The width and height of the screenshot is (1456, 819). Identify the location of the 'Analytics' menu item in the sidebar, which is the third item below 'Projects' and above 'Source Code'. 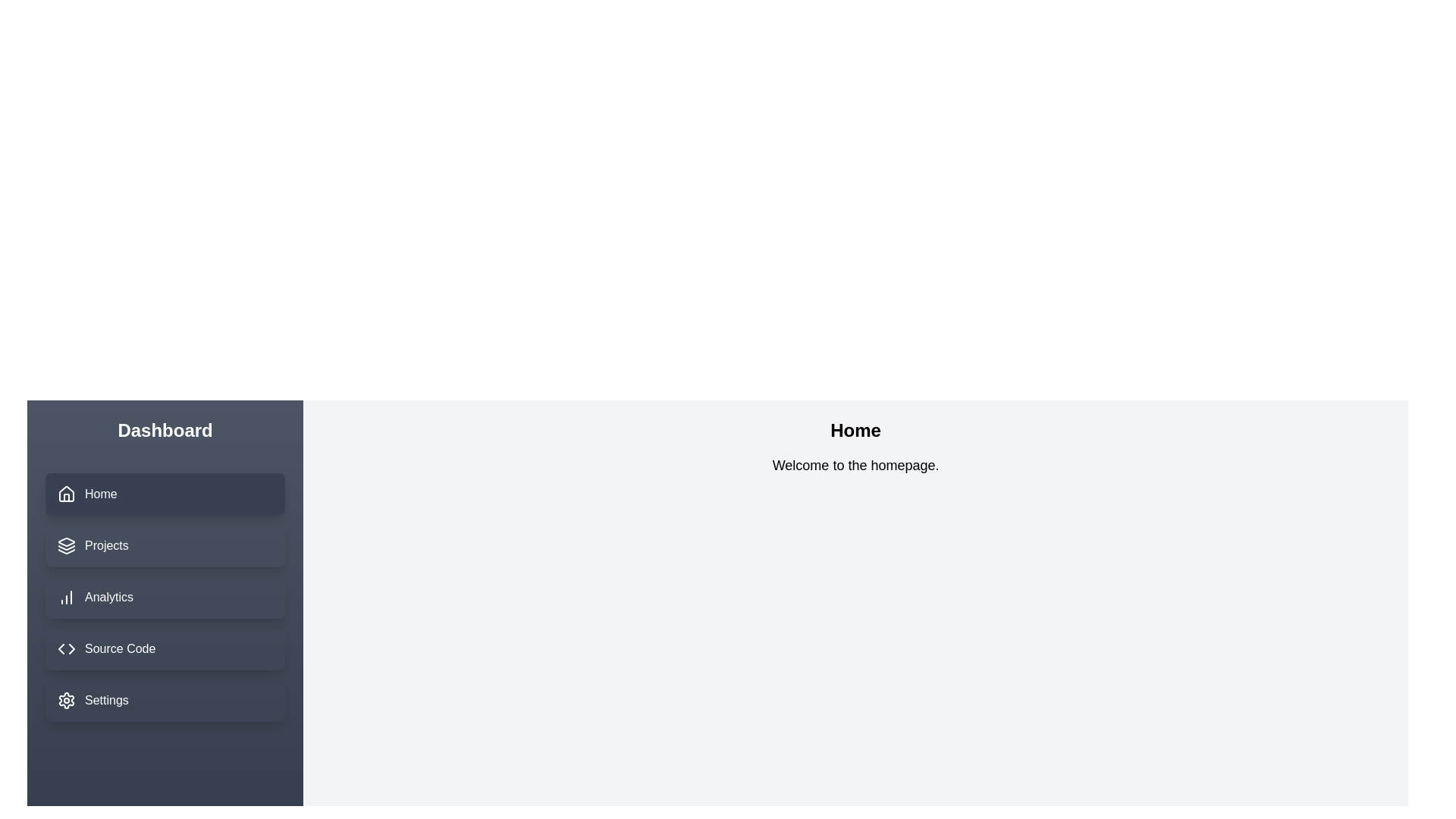
(165, 596).